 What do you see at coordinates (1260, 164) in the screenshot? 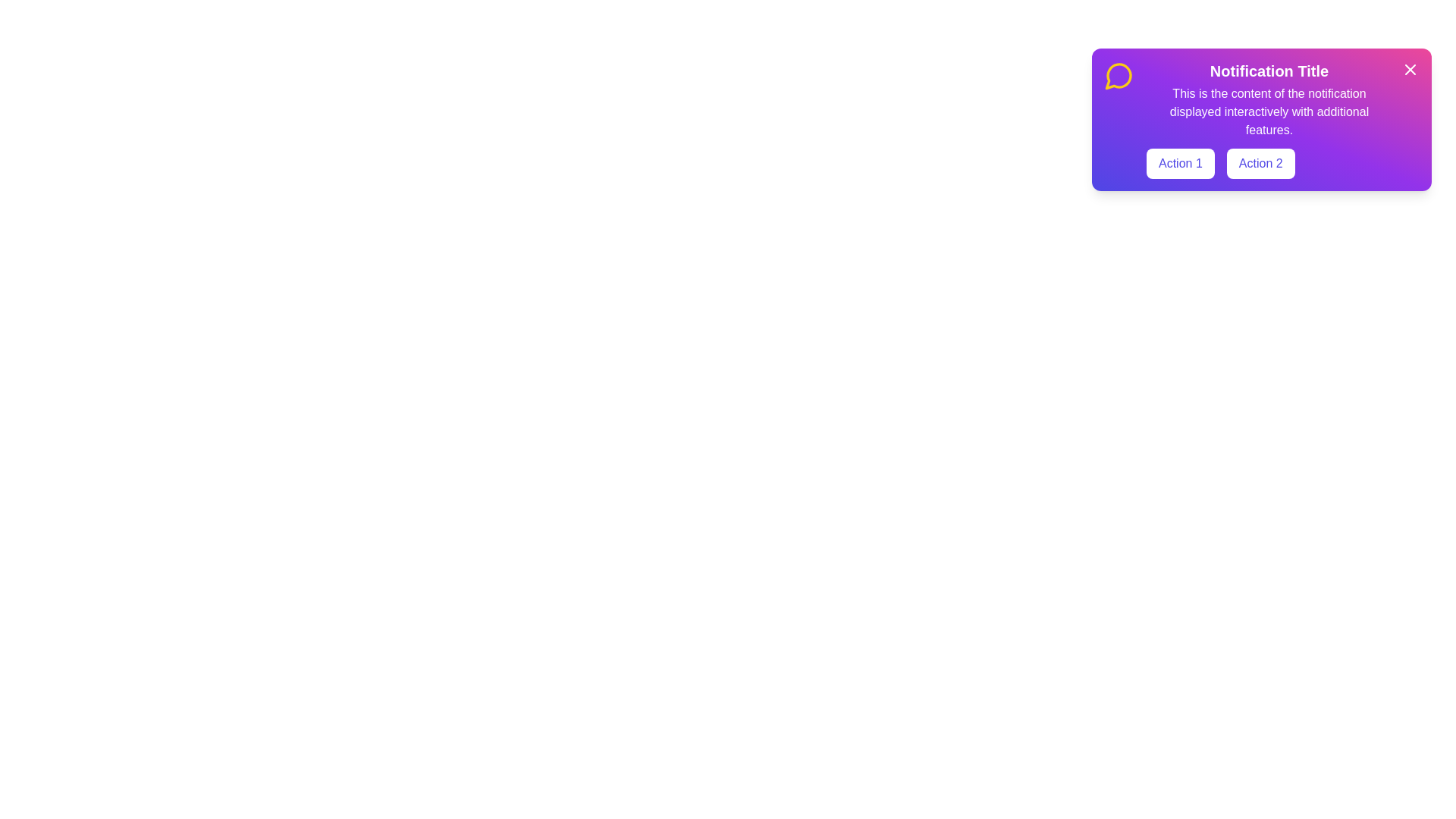
I see `the 'Action 2' button to trigger its associated function` at bounding box center [1260, 164].